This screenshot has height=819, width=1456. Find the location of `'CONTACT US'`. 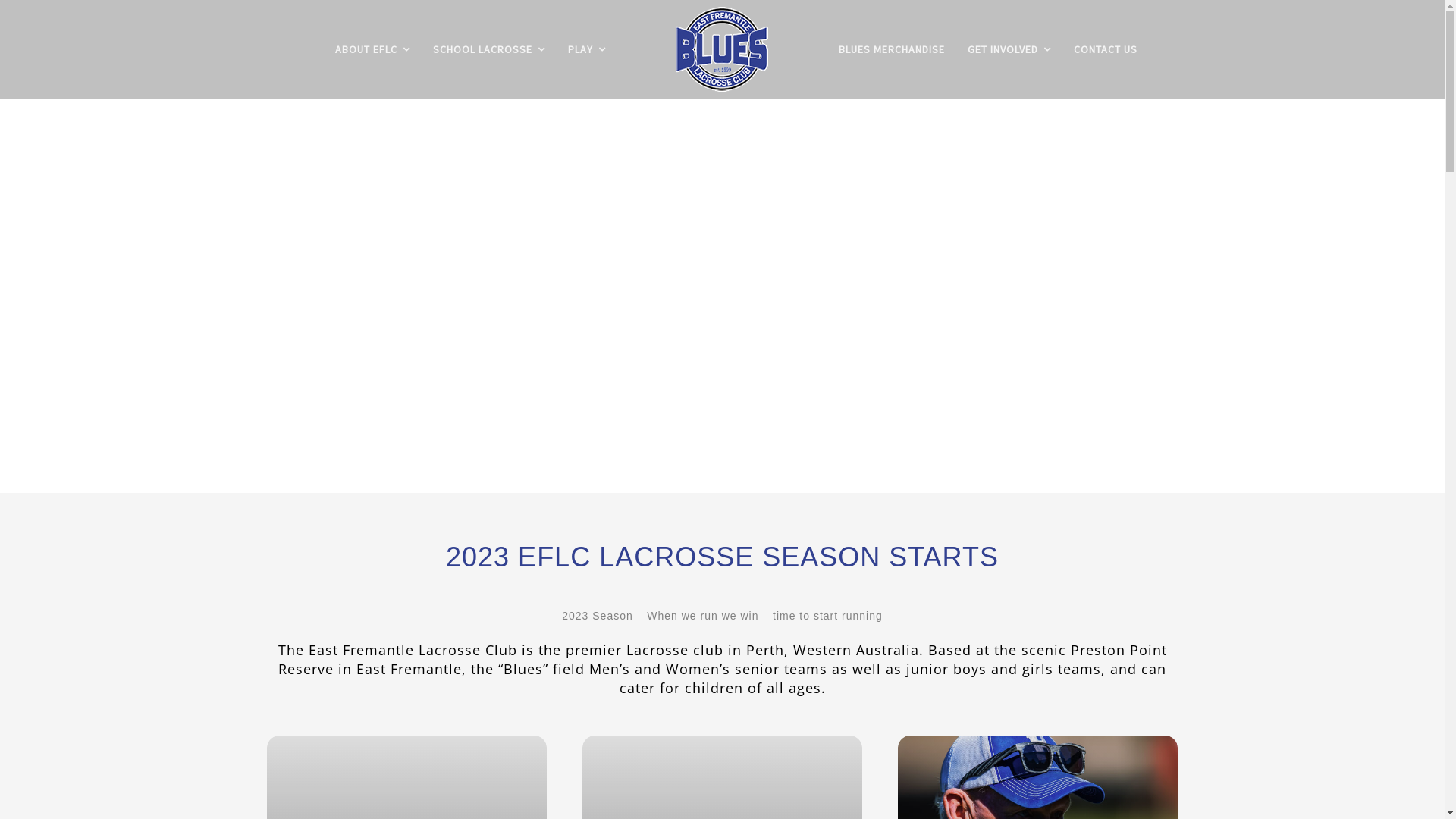

'CONTACT US' is located at coordinates (1106, 49).